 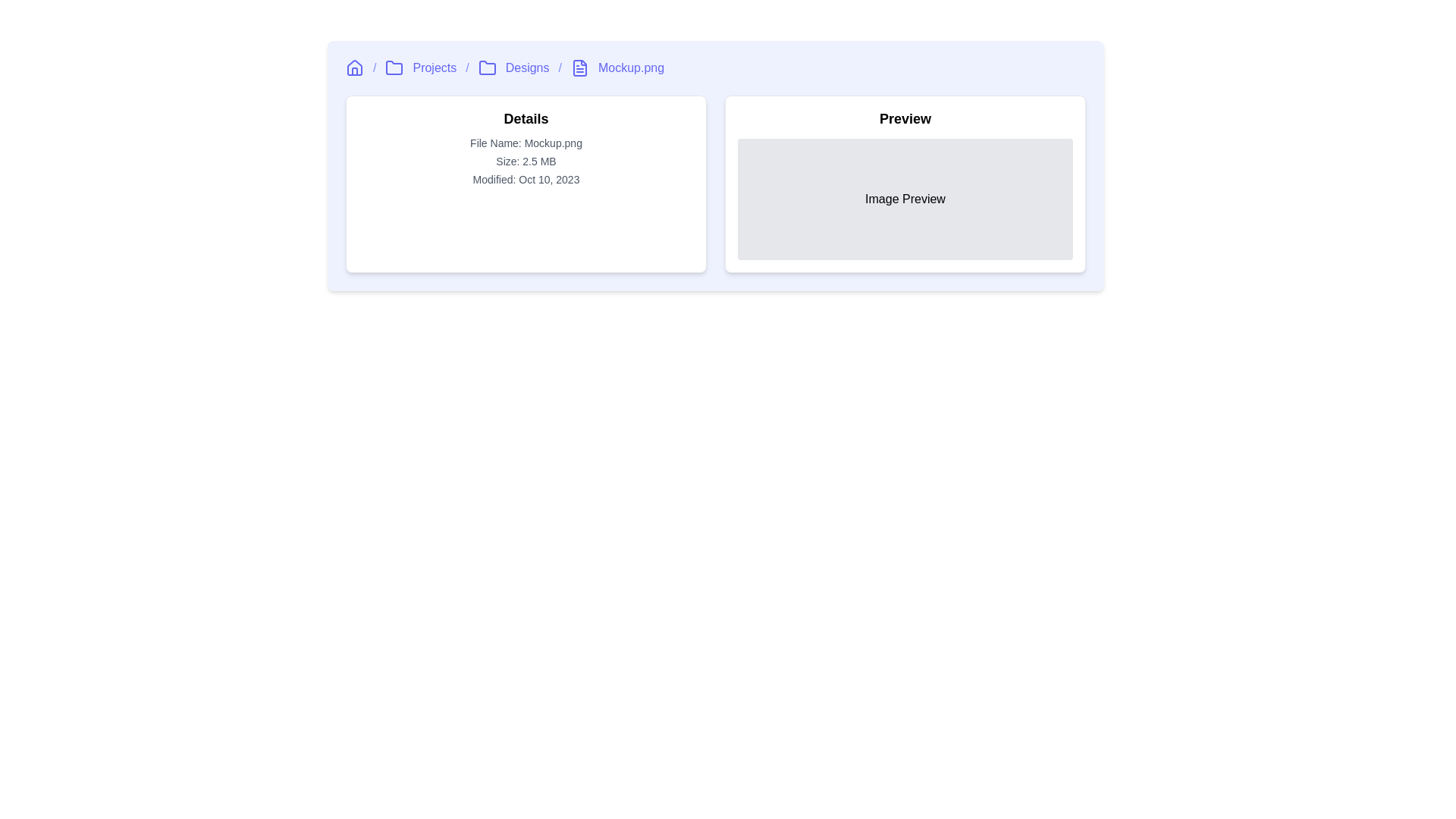 What do you see at coordinates (353, 71) in the screenshot?
I see `the small vertical rectangle inside the house-shaped icon located in the breadcrumb navigation bar at the top of the interface` at bounding box center [353, 71].